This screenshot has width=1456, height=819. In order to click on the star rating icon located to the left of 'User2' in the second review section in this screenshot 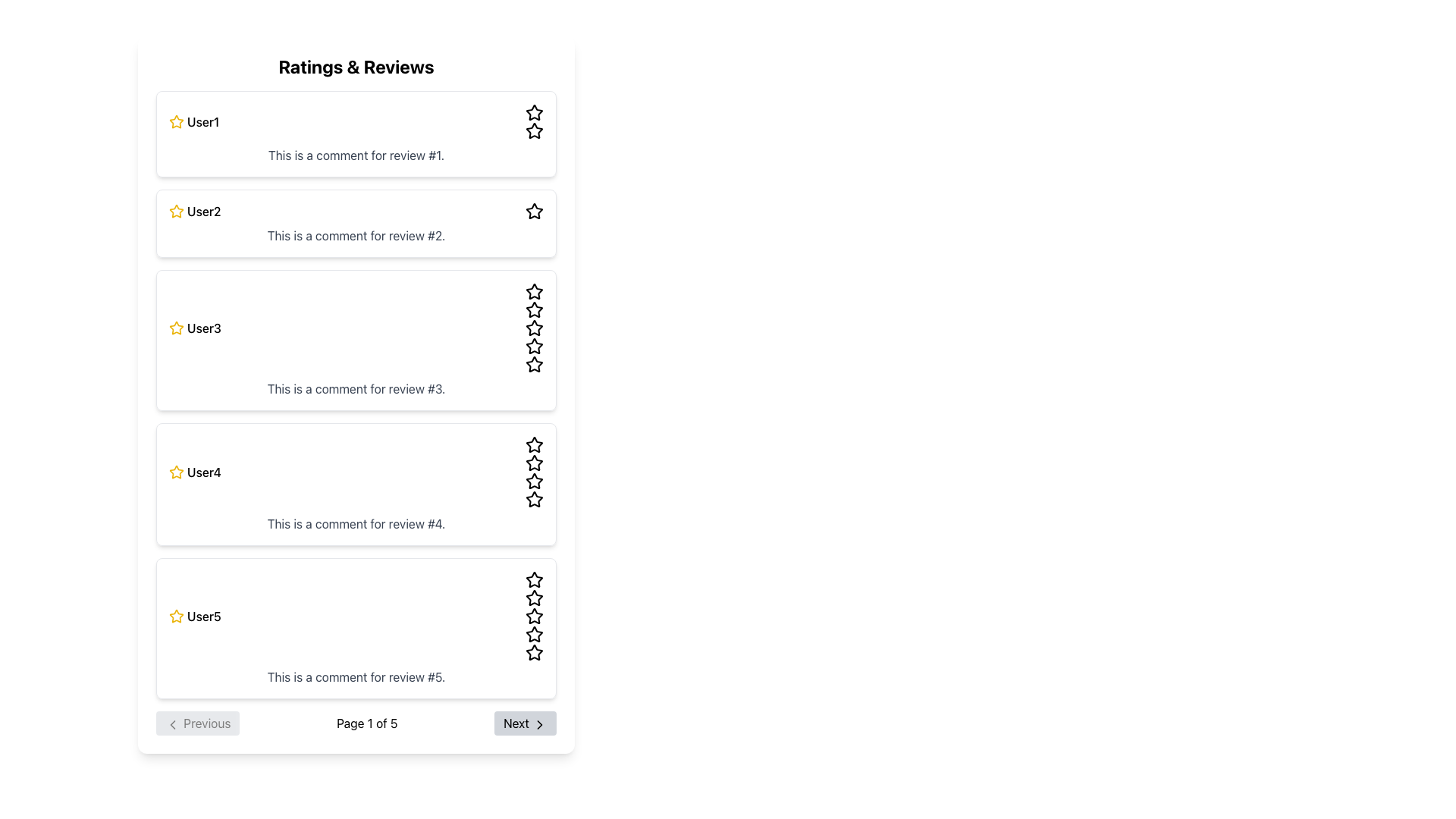, I will do `click(177, 211)`.